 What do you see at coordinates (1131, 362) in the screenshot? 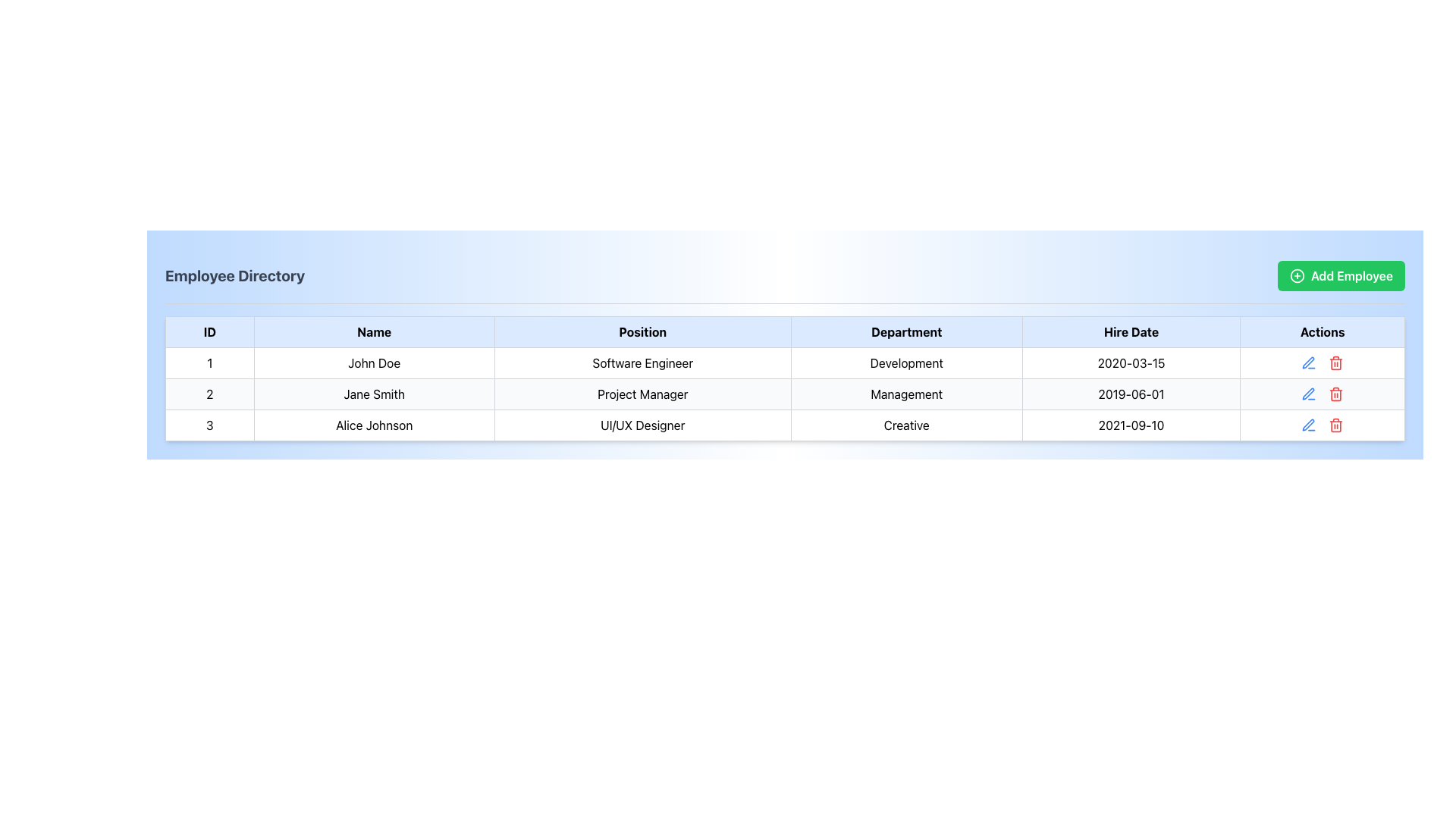
I see `the non-interactive Text Display that shows the hire date for the employee in the first row of the table, located in the 'Hire Date' column` at bounding box center [1131, 362].